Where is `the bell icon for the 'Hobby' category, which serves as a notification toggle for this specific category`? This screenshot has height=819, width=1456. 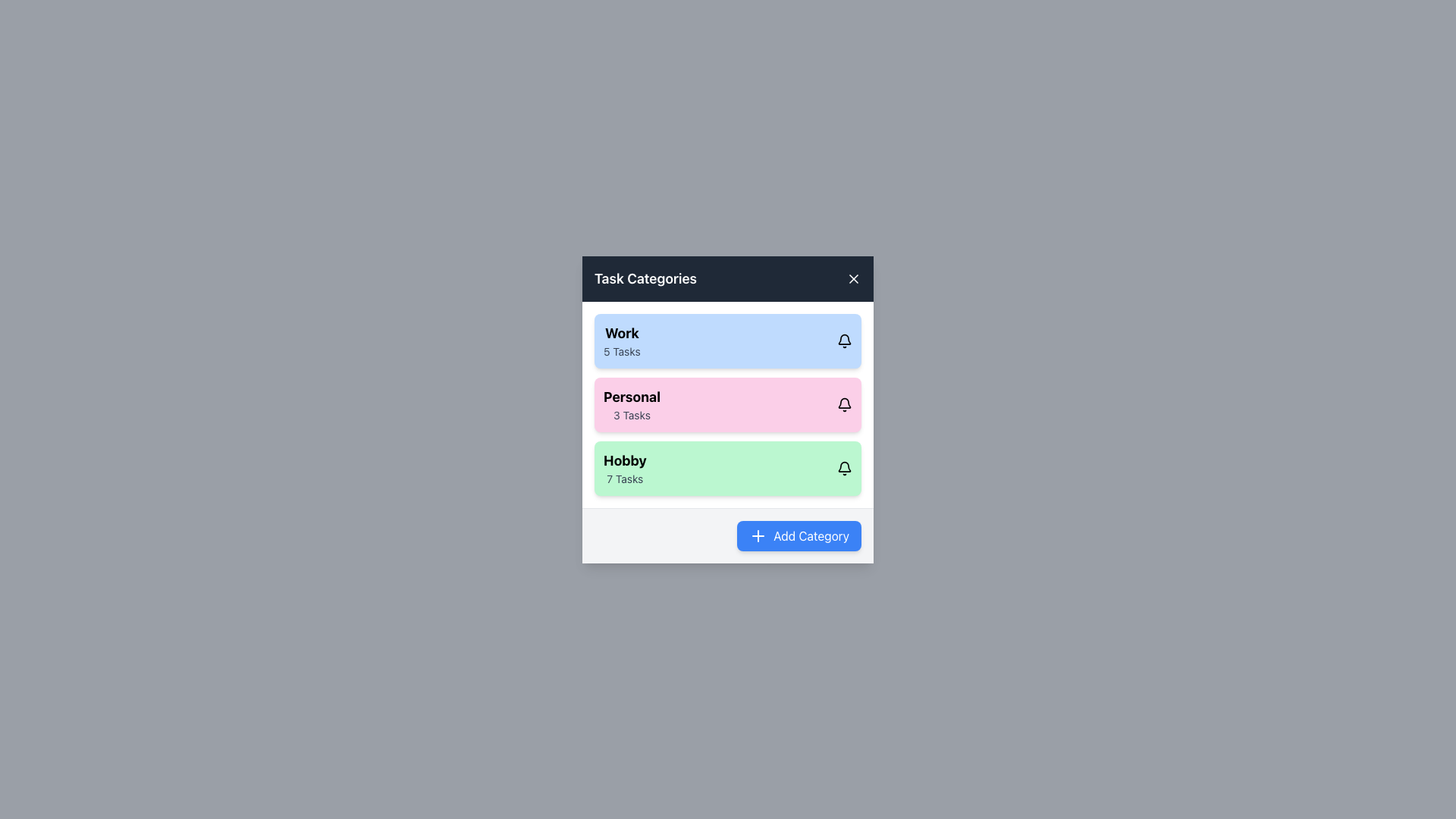 the bell icon for the 'Hobby' category, which serves as a notification toggle for this specific category is located at coordinates (843, 467).